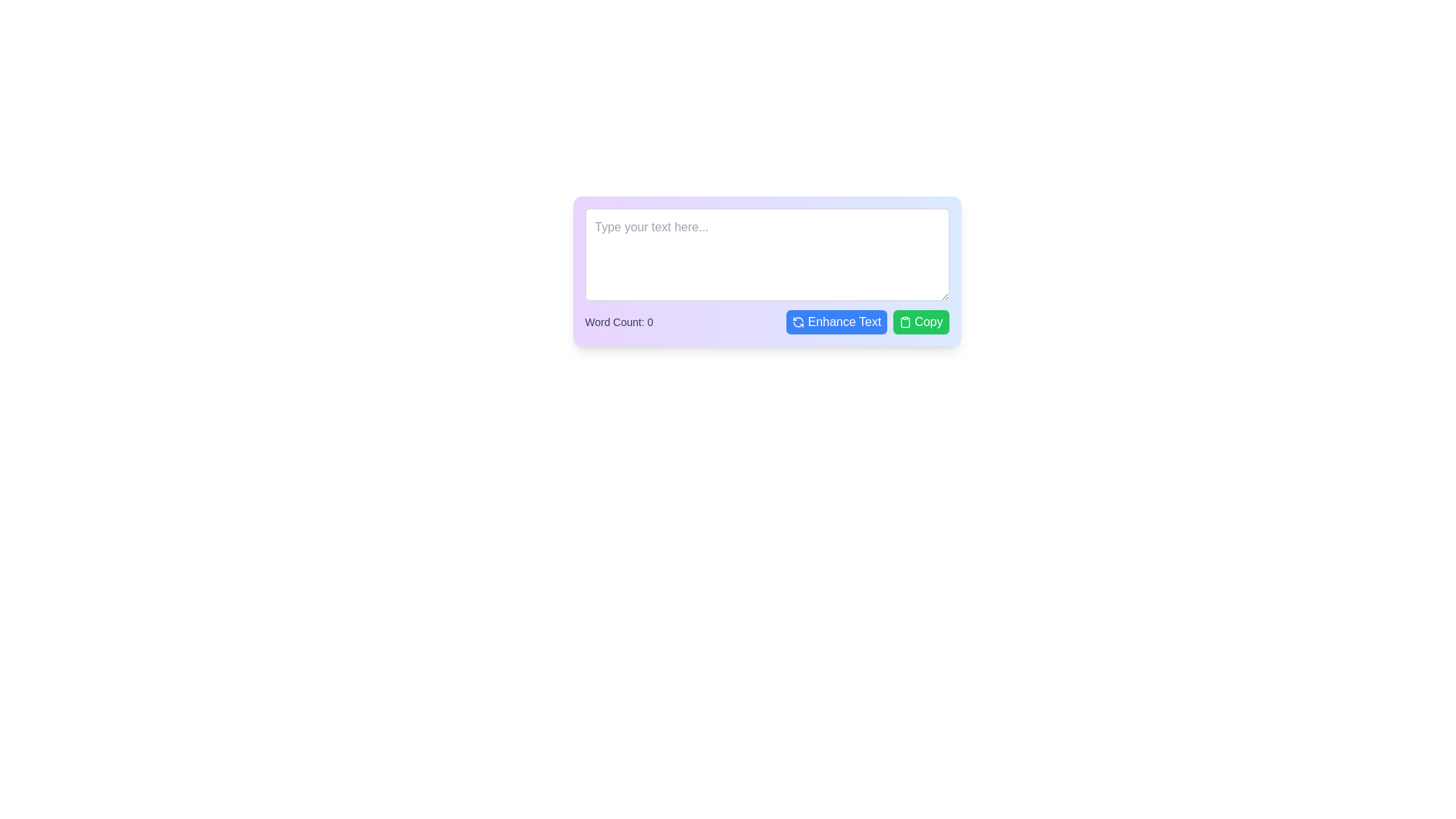 Image resolution: width=1456 pixels, height=819 pixels. I want to click on the placeholder text in the rectangular text area input field that reads 'Type your text here...', so click(767, 253).